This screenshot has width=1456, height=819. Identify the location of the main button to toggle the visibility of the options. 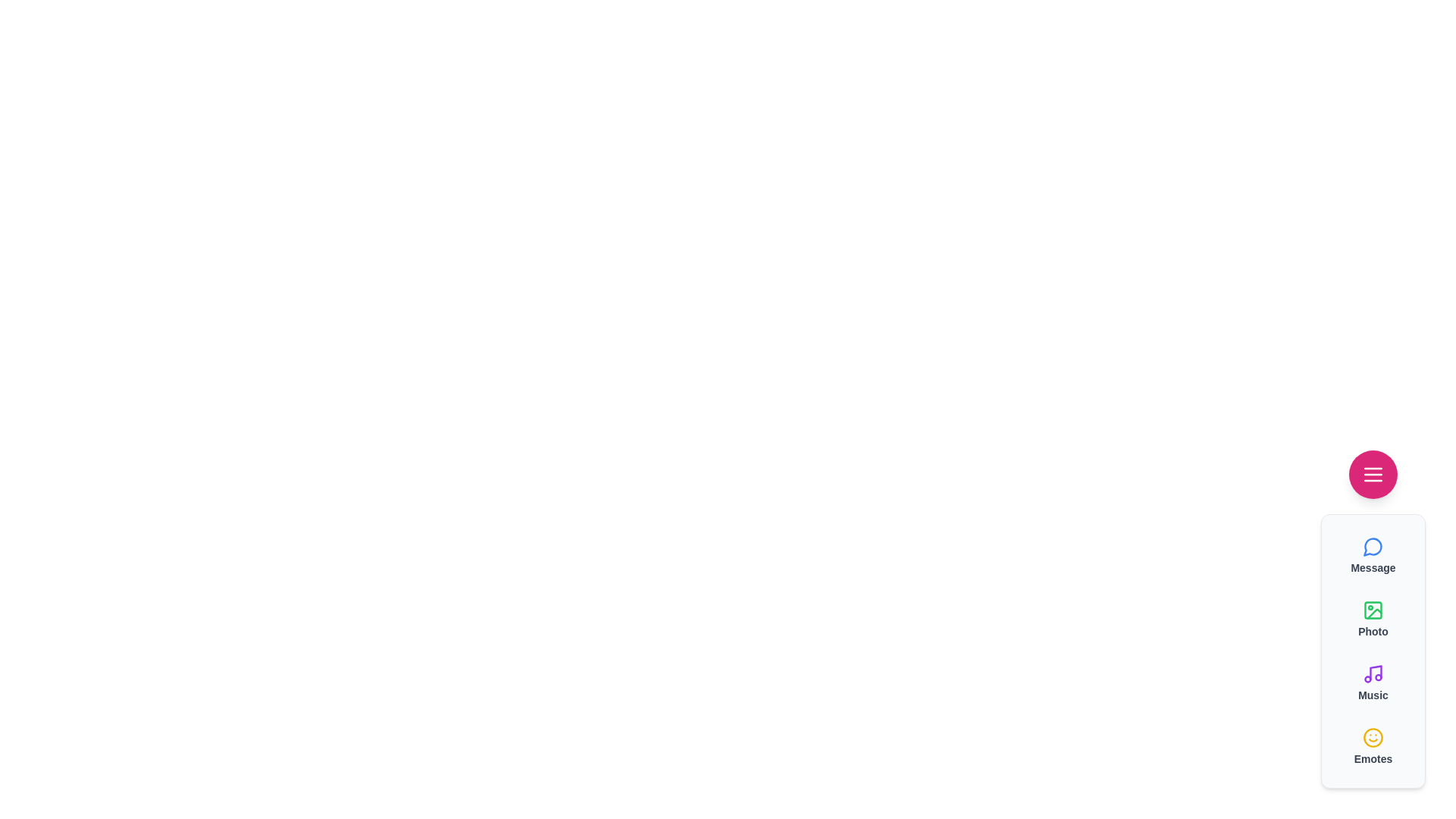
(1373, 473).